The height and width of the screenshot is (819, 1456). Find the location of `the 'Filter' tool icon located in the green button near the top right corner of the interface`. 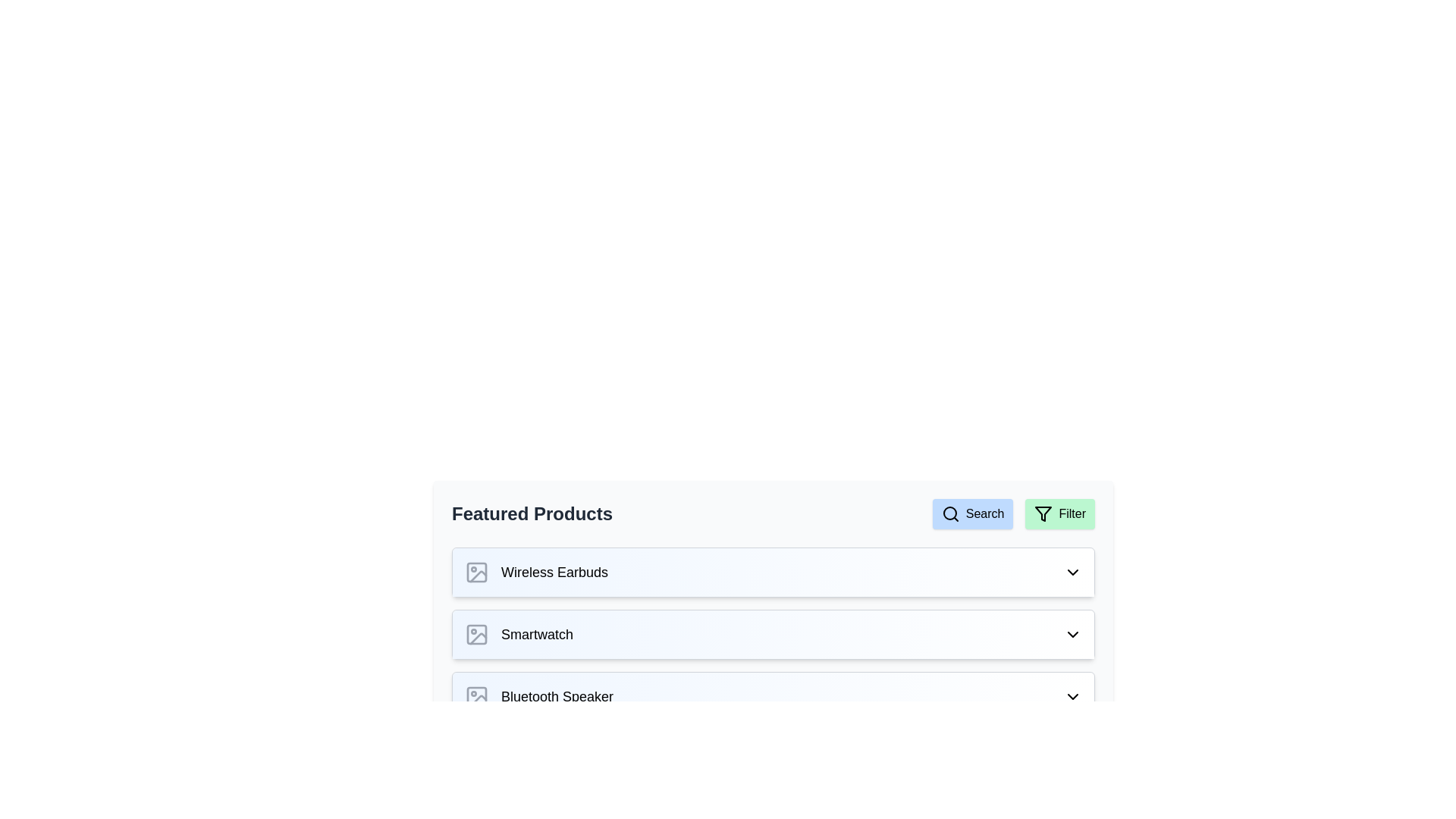

the 'Filter' tool icon located in the green button near the top right corner of the interface is located at coordinates (1043, 513).